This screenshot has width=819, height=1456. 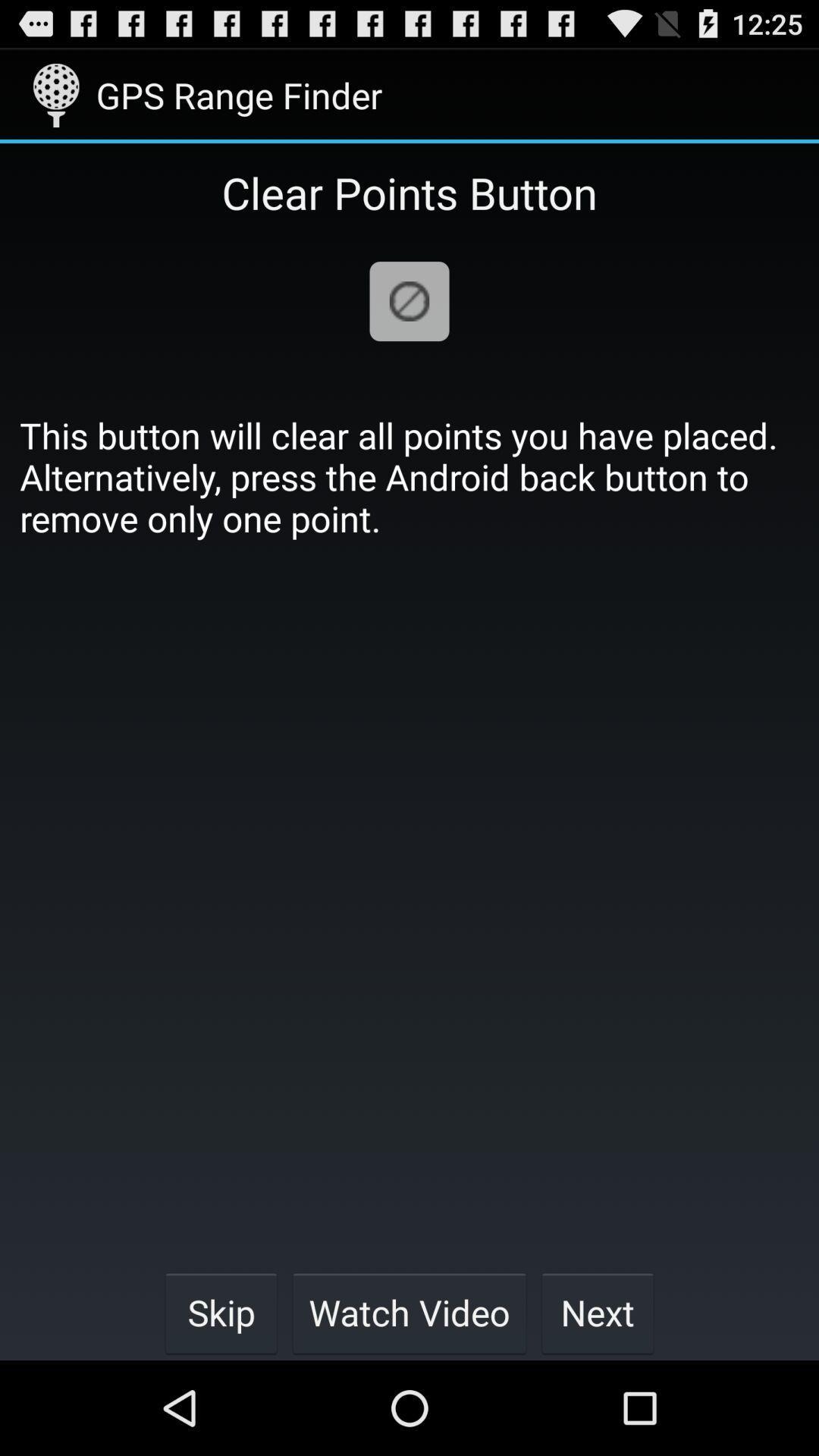 I want to click on the button at the bottom, so click(x=409, y=1312).